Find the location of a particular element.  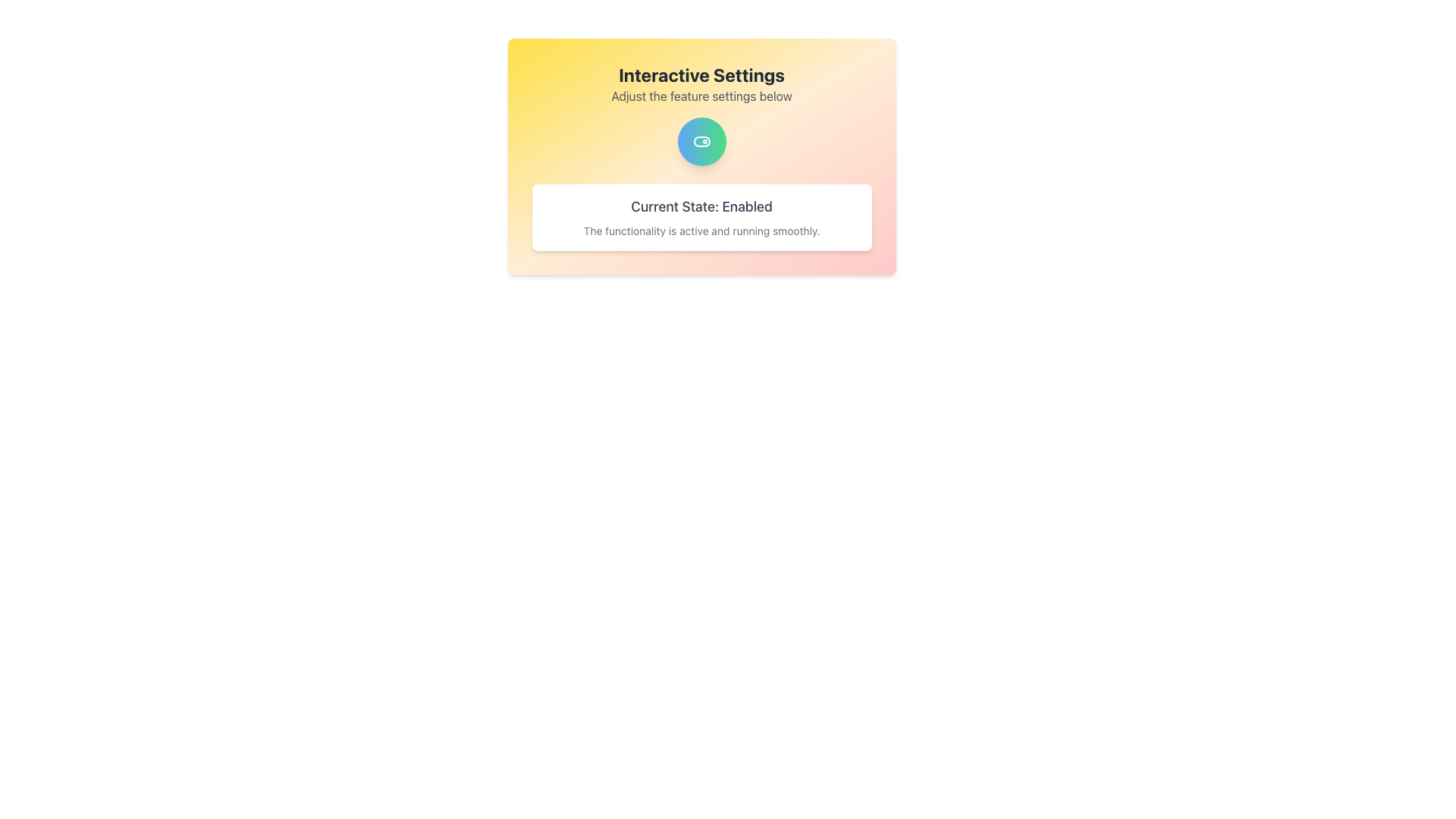

the circular toggle button with a gradient background that transitions from blue to green is located at coordinates (701, 141).